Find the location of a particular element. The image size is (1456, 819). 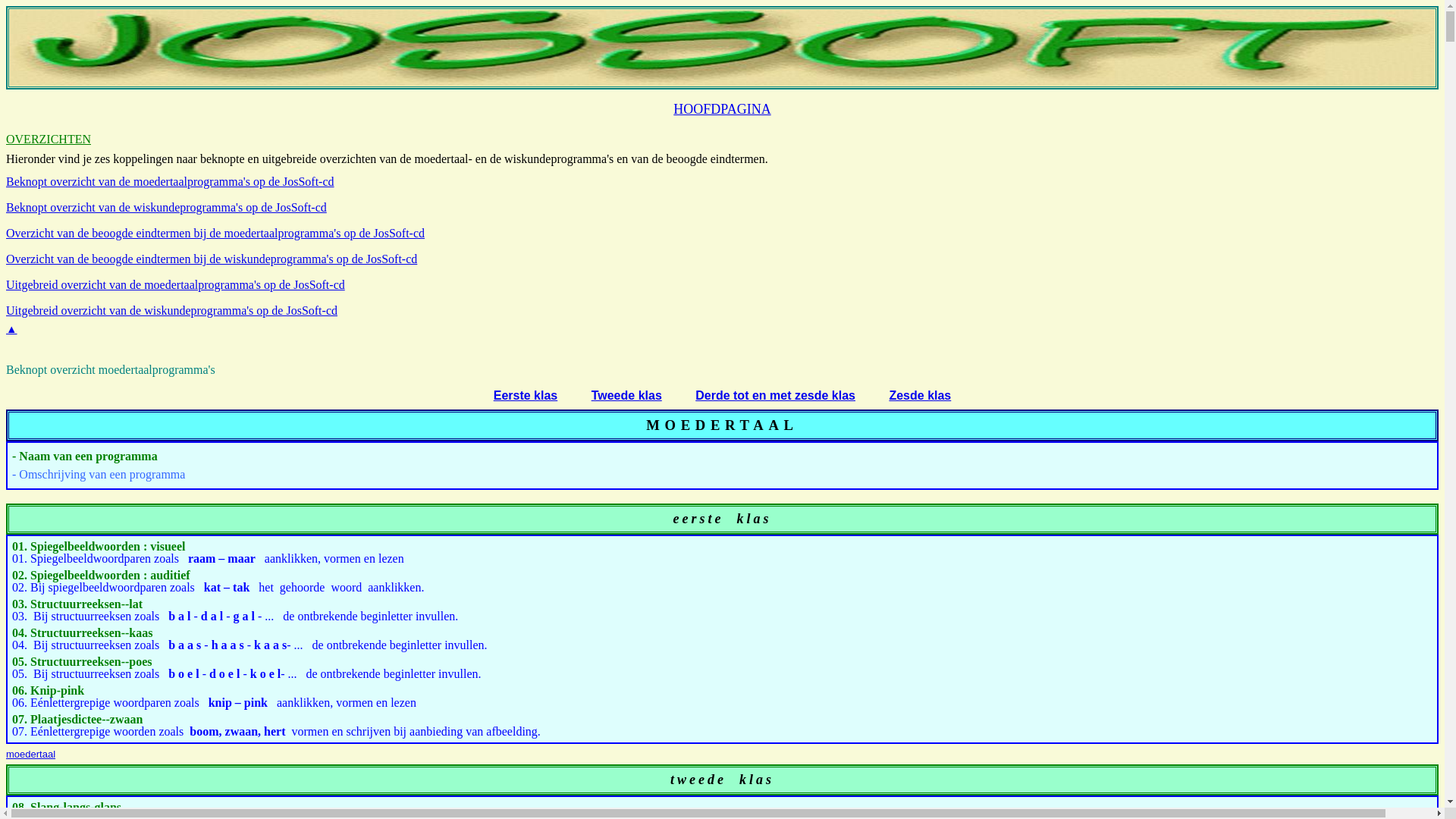

'Derde tot en met zesde klas' is located at coordinates (775, 394).